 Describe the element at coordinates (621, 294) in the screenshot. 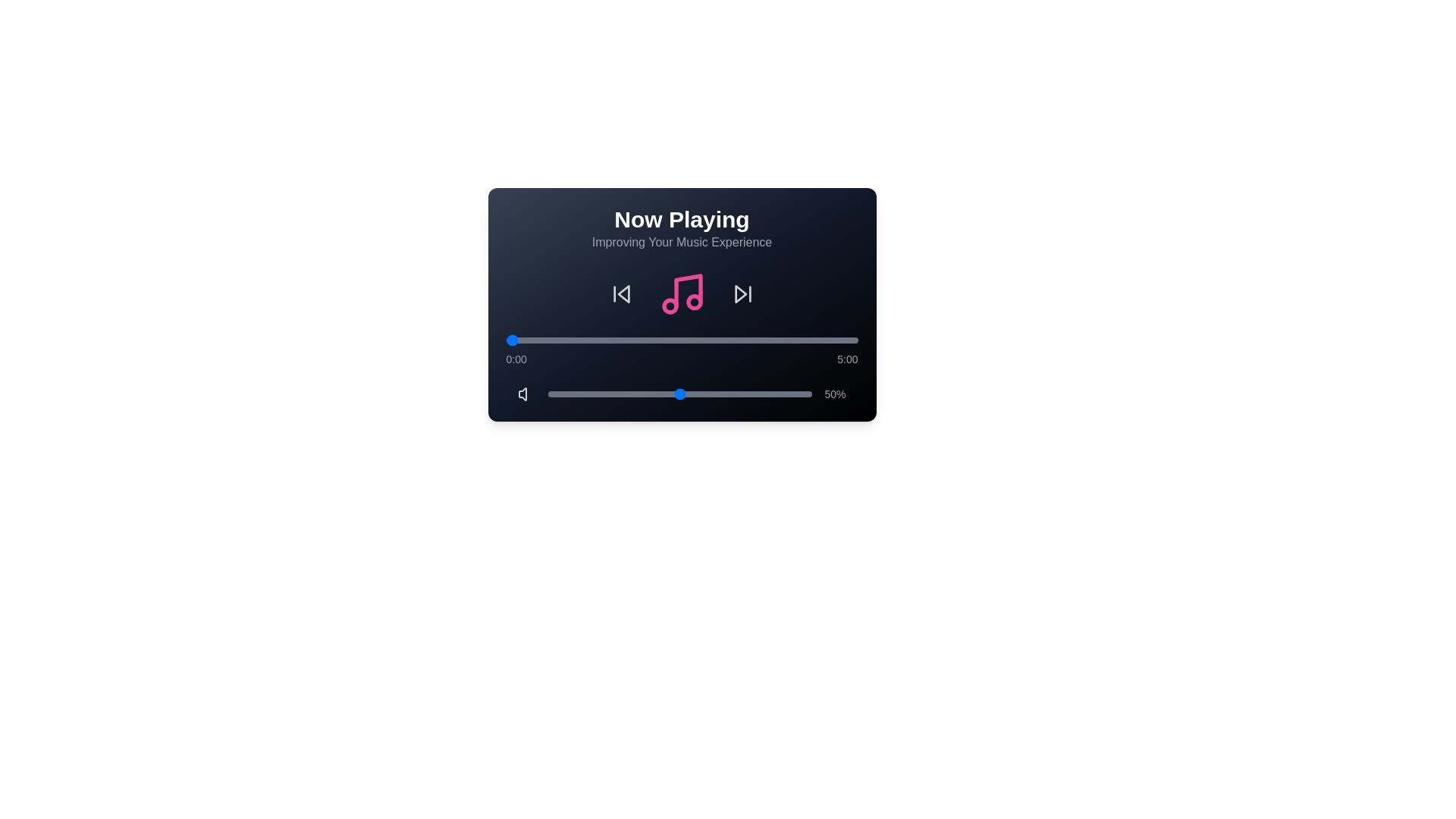

I see `previous track button` at that location.